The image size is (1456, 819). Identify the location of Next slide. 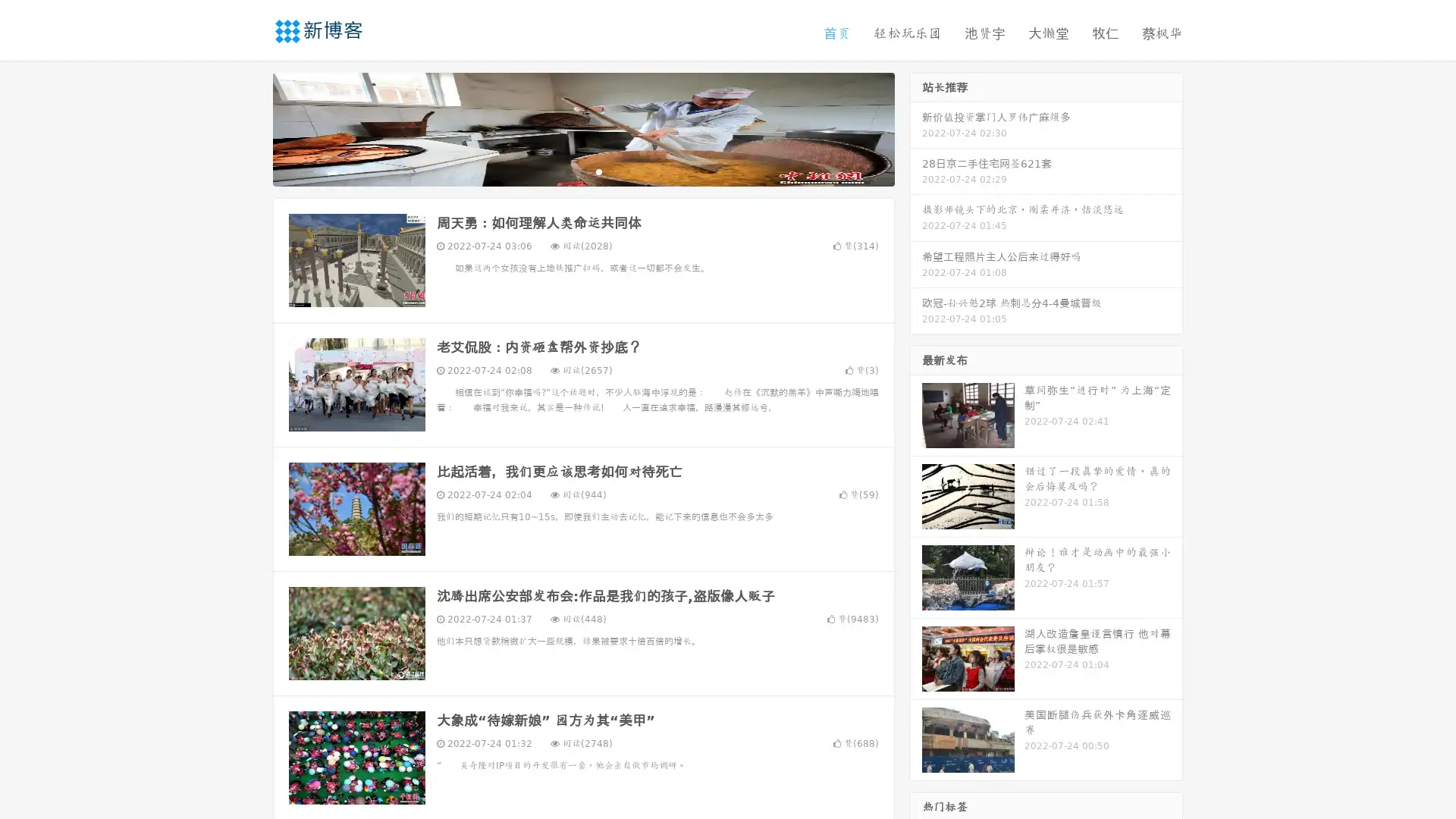
(916, 127).